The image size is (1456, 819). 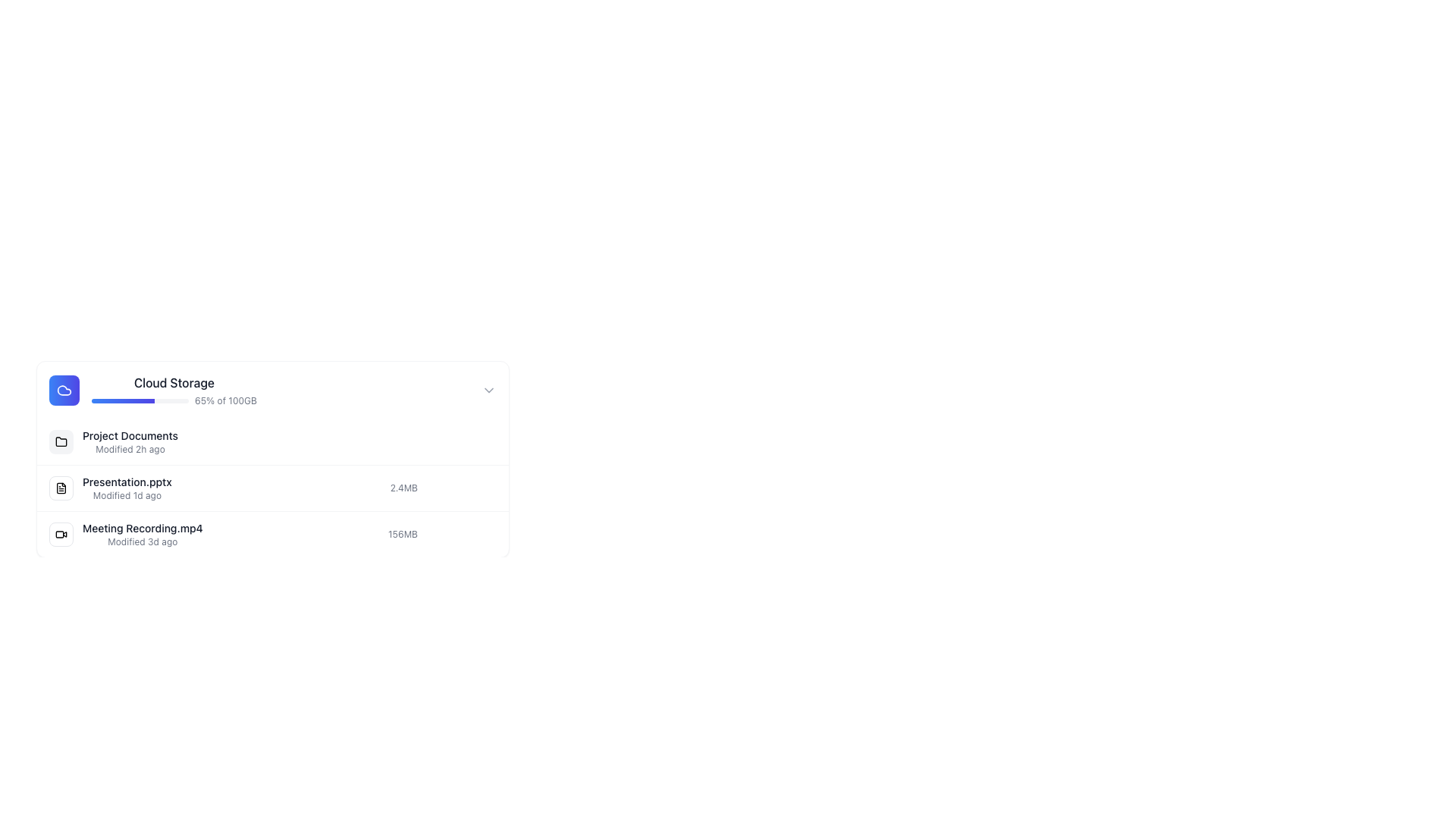 What do you see at coordinates (488, 441) in the screenshot?
I see `the three-dot menu button located to the far right of the 'Project Documents' row` at bounding box center [488, 441].